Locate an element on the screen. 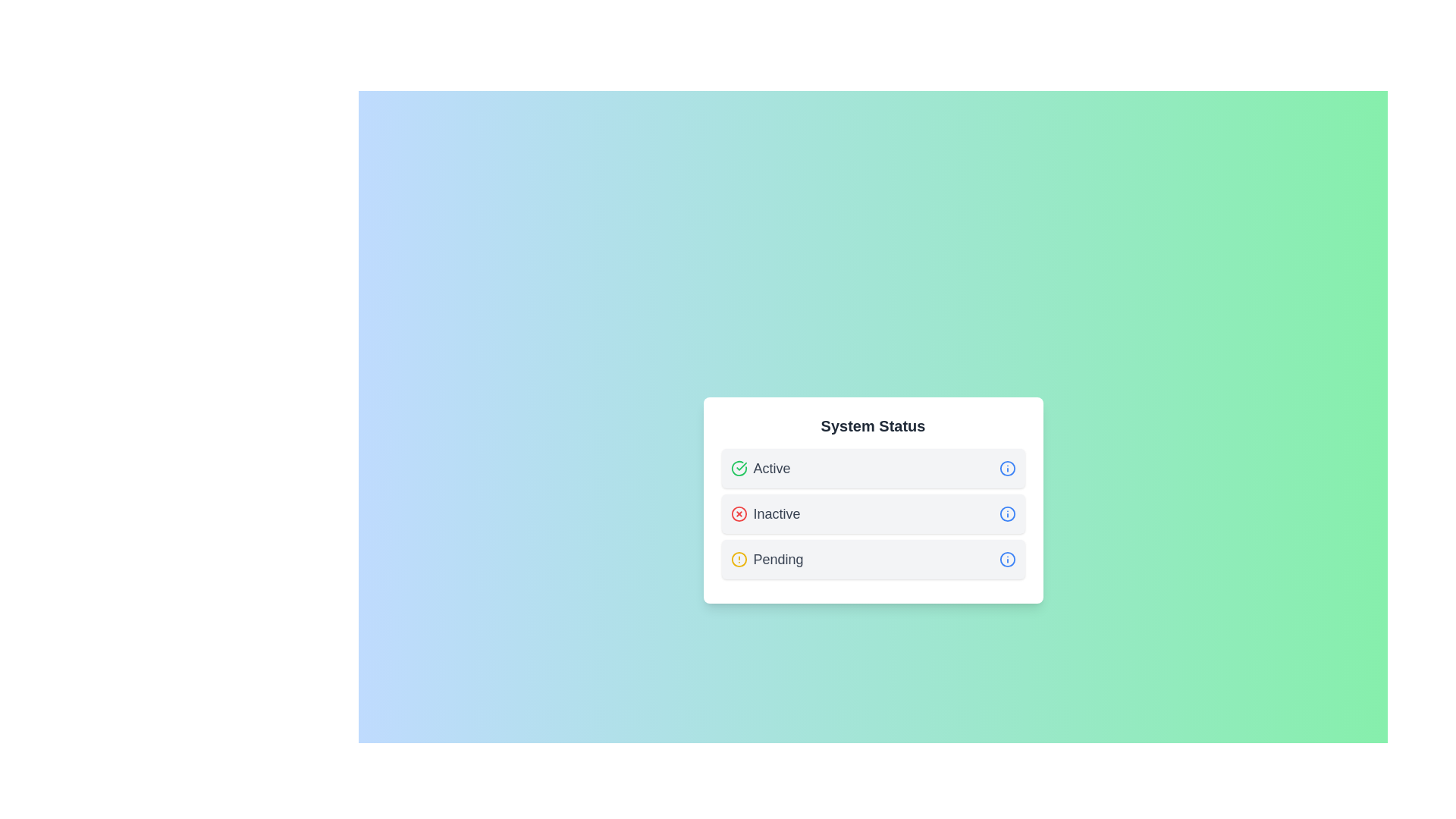  the green circular icon with a checkmark inside, which is part of the 'Active' row in the list of statuses is located at coordinates (739, 467).